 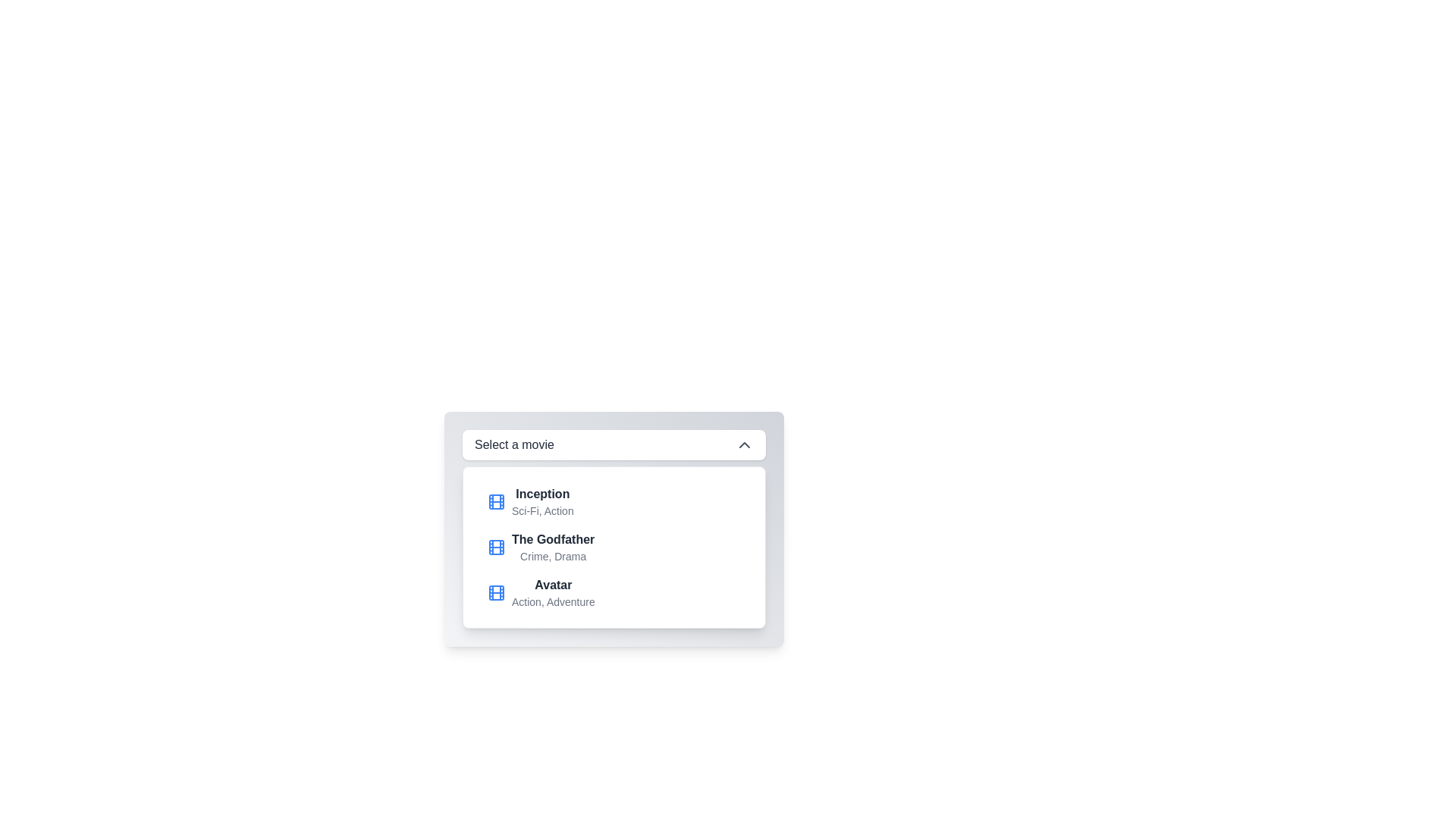 What do you see at coordinates (614, 547) in the screenshot?
I see `the second movie entry` at bounding box center [614, 547].